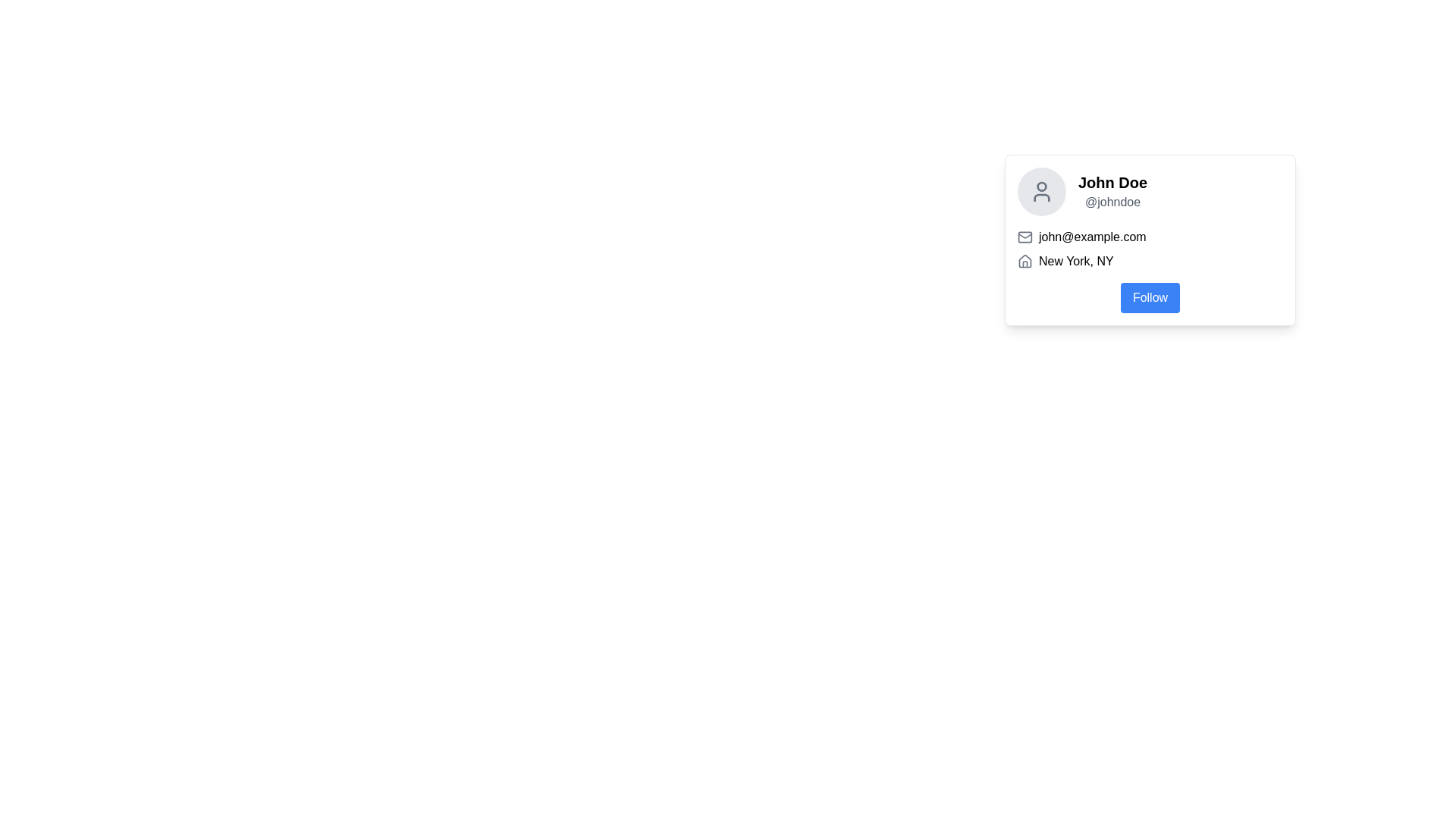 The height and width of the screenshot is (819, 1456). What do you see at coordinates (1040, 191) in the screenshot?
I see `the circular user profile icon displaying a generic person silhouette with a light gray background located next to the text 'John Doe @johndoe'` at bounding box center [1040, 191].